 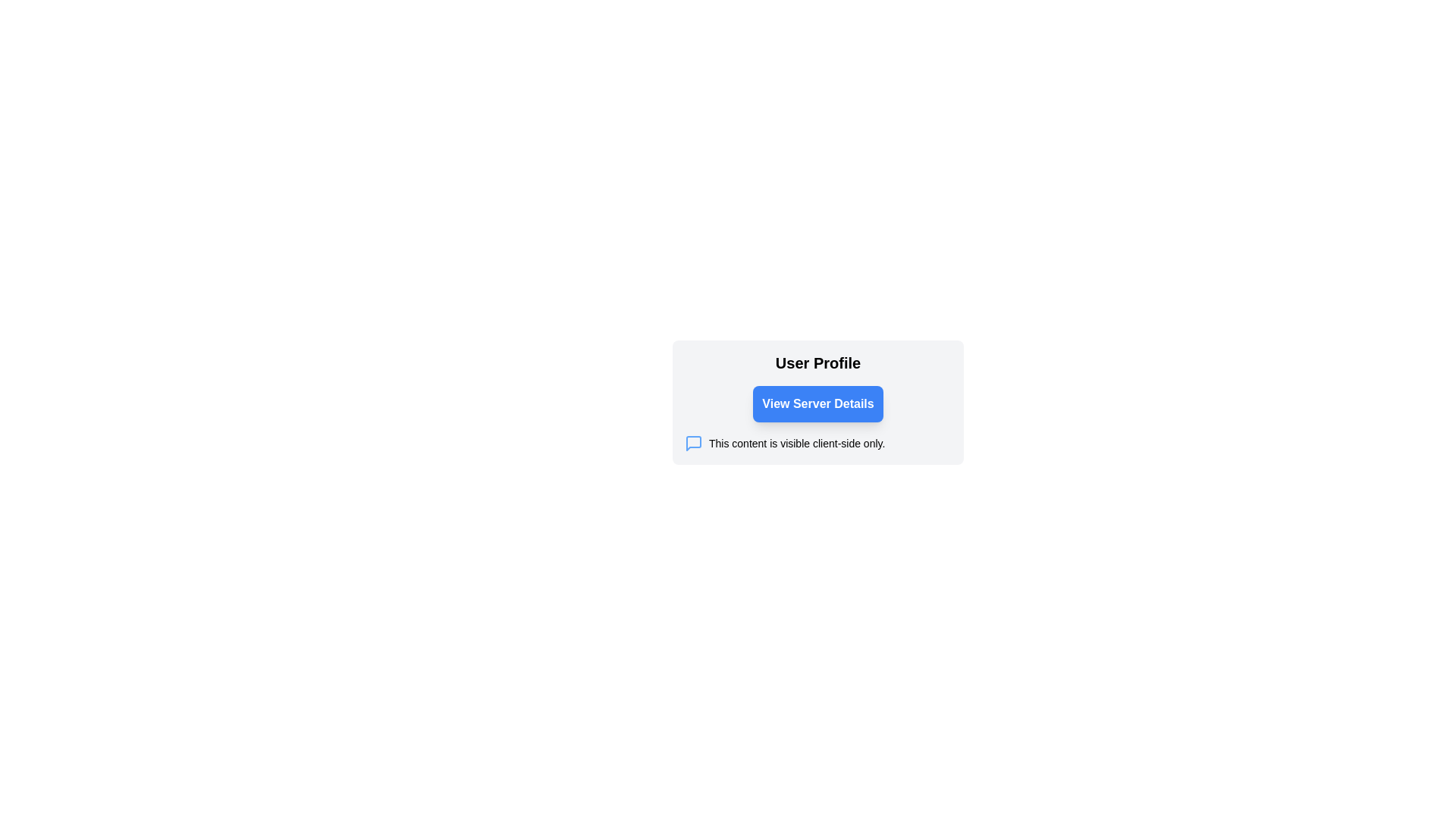 I want to click on the 'User Profile' heading, which is bold, larger than standard text, centered in black on a gray background, positioned above the 'View Server Details' button, so click(x=817, y=362).